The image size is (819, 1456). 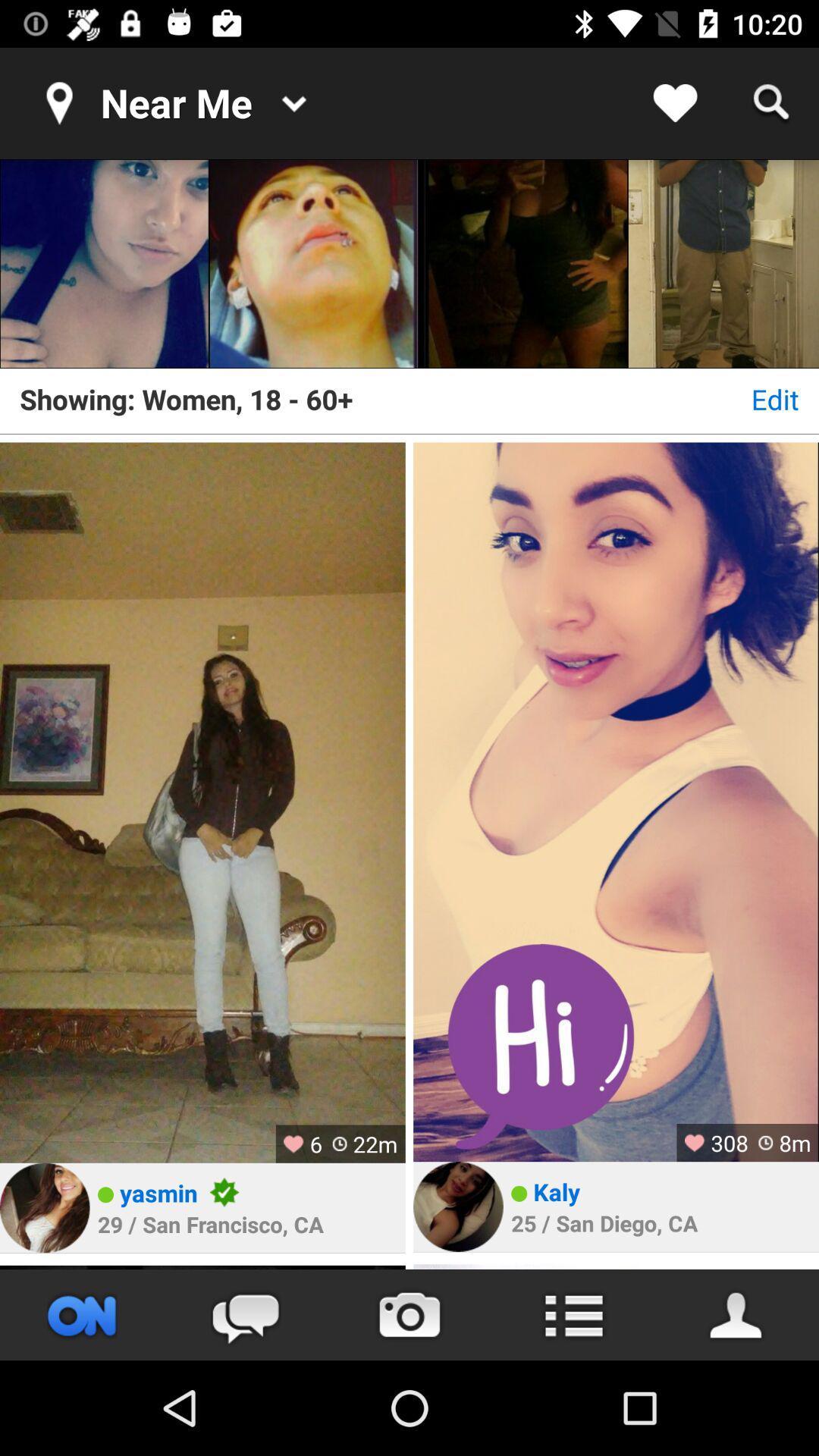 What do you see at coordinates (312, 264) in the screenshot?
I see `item below the near me` at bounding box center [312, 264].